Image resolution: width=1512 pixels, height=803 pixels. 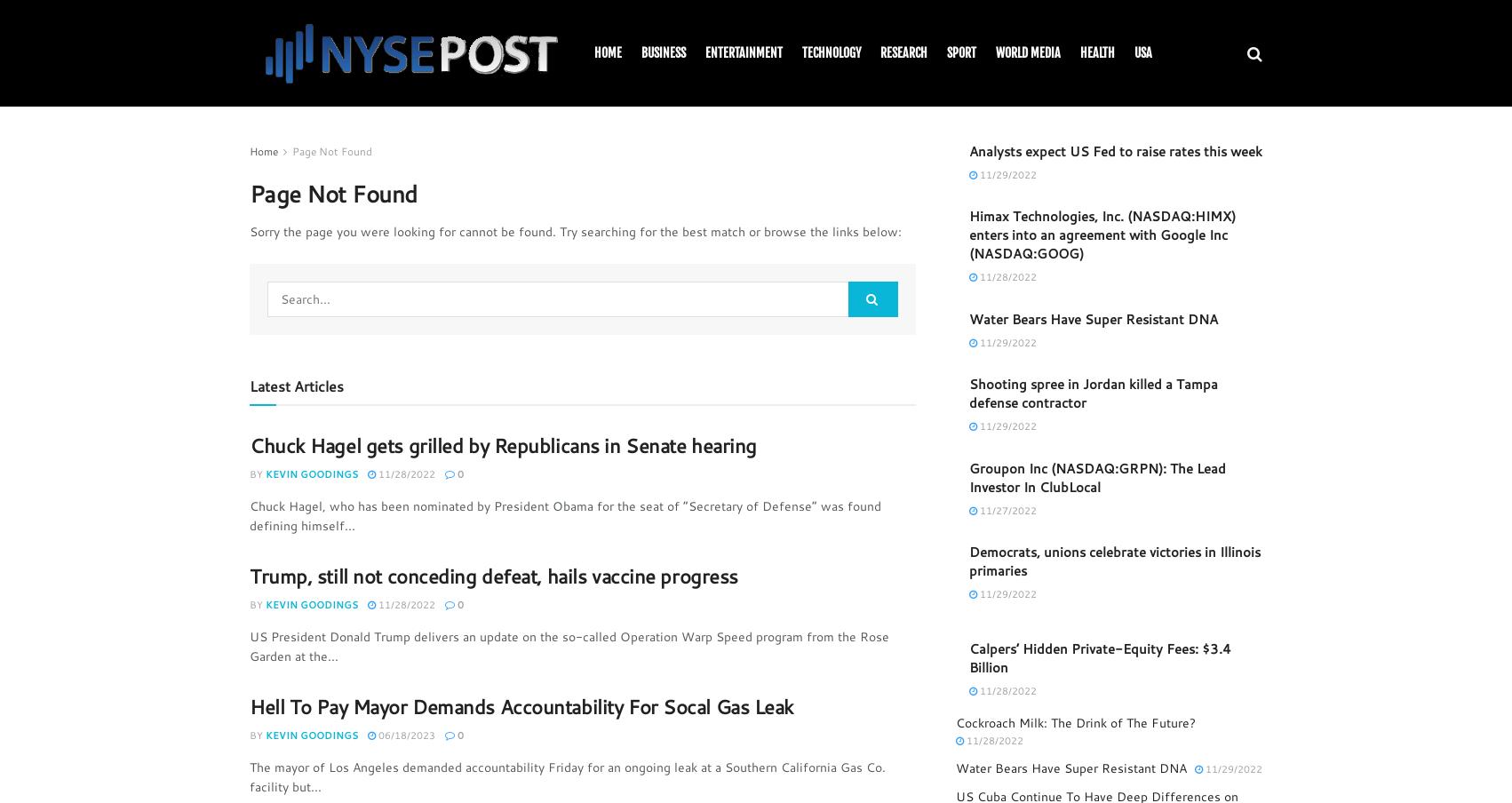 I want to click on 'Hell To Pay Mayor Demands Accountability For Socal Gas Leak', so click(x=249, y=704).